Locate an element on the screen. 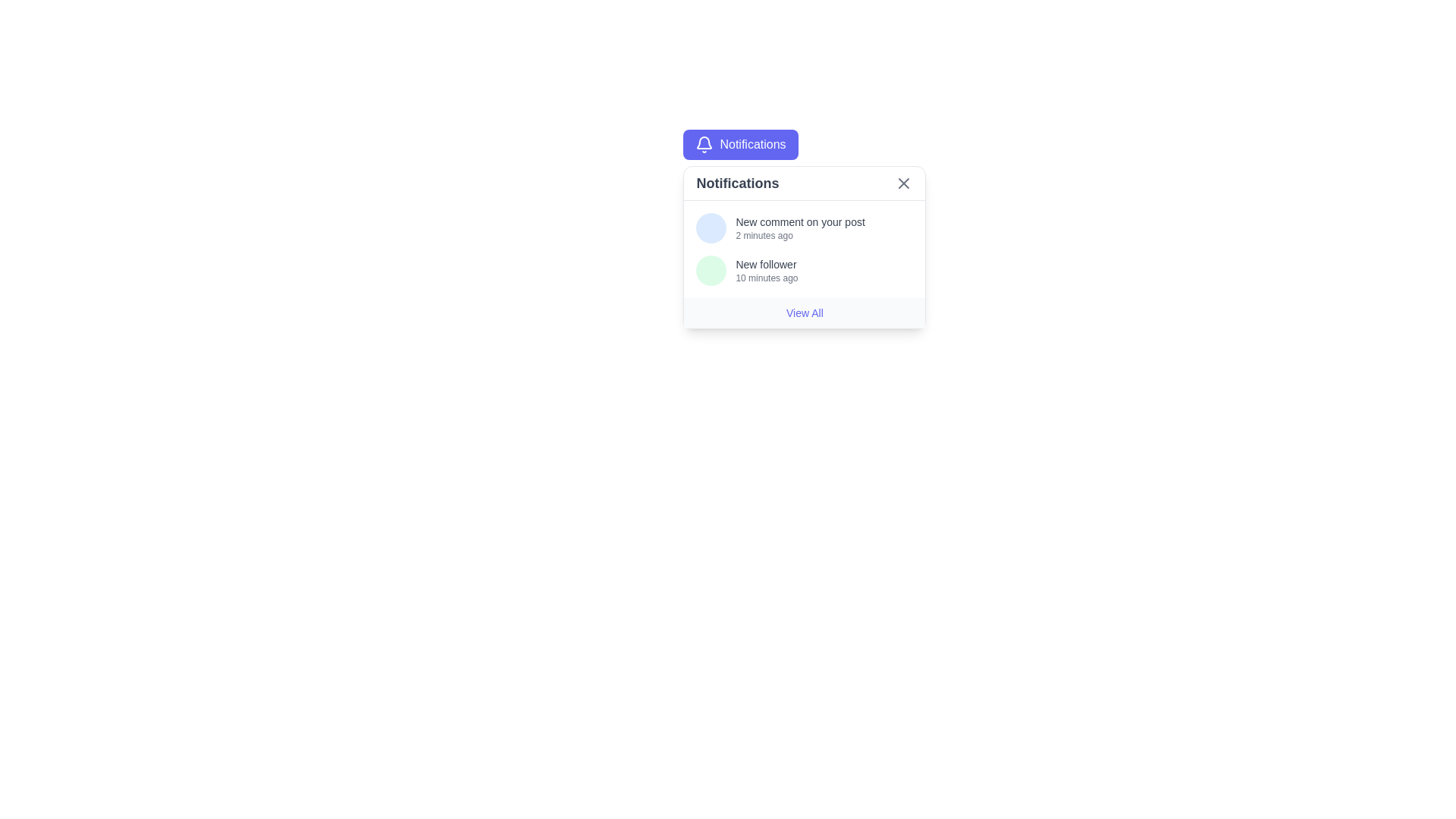  the text link at the bottom of the notification dropdown to activate hover effects is located at coordinates (804, 312).